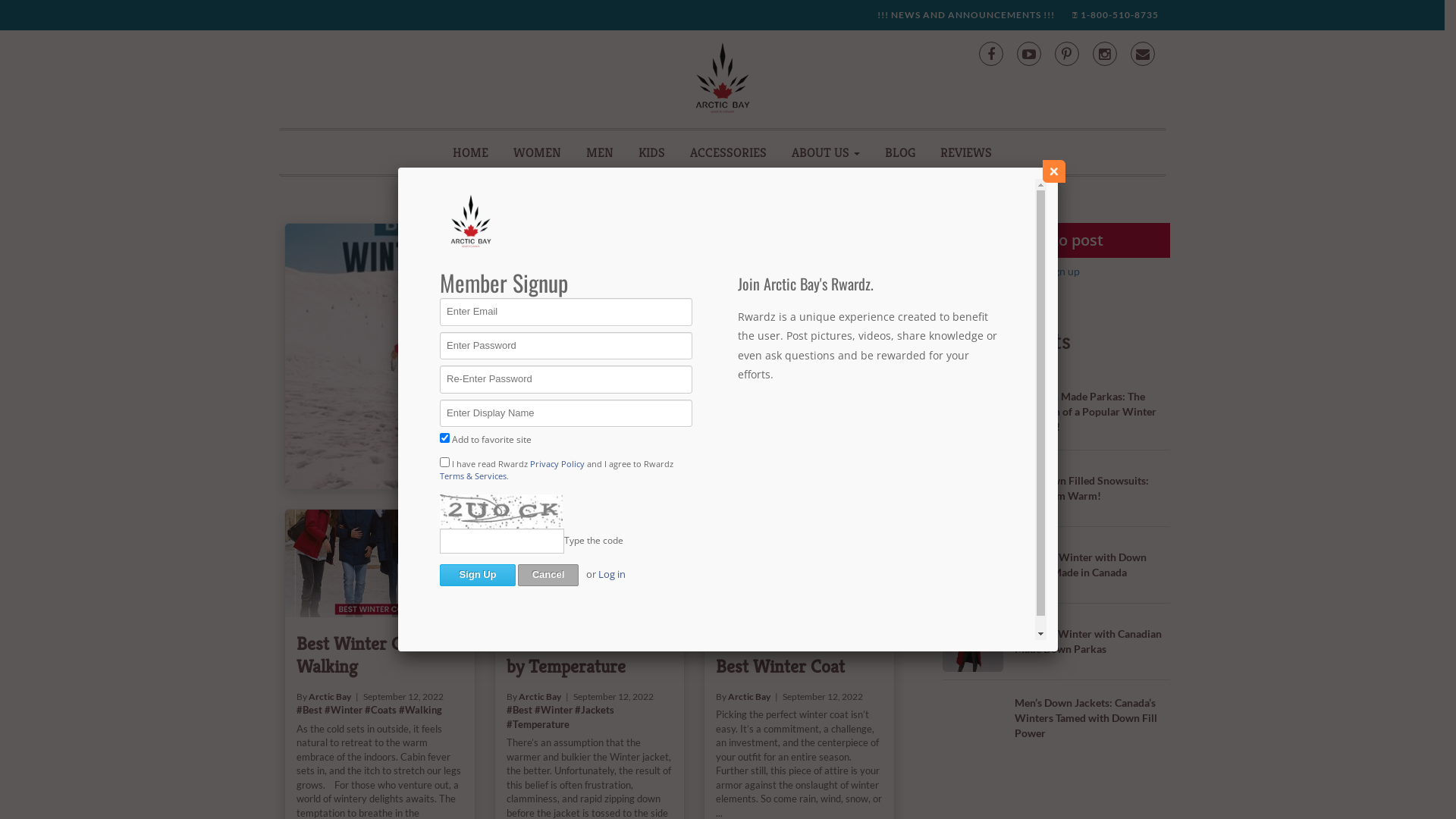 The height and width of the screenshot is (819, 1456). I want to click on 'Conquer Winter with Canadian Made Down Parkas', so click(1087, 641).